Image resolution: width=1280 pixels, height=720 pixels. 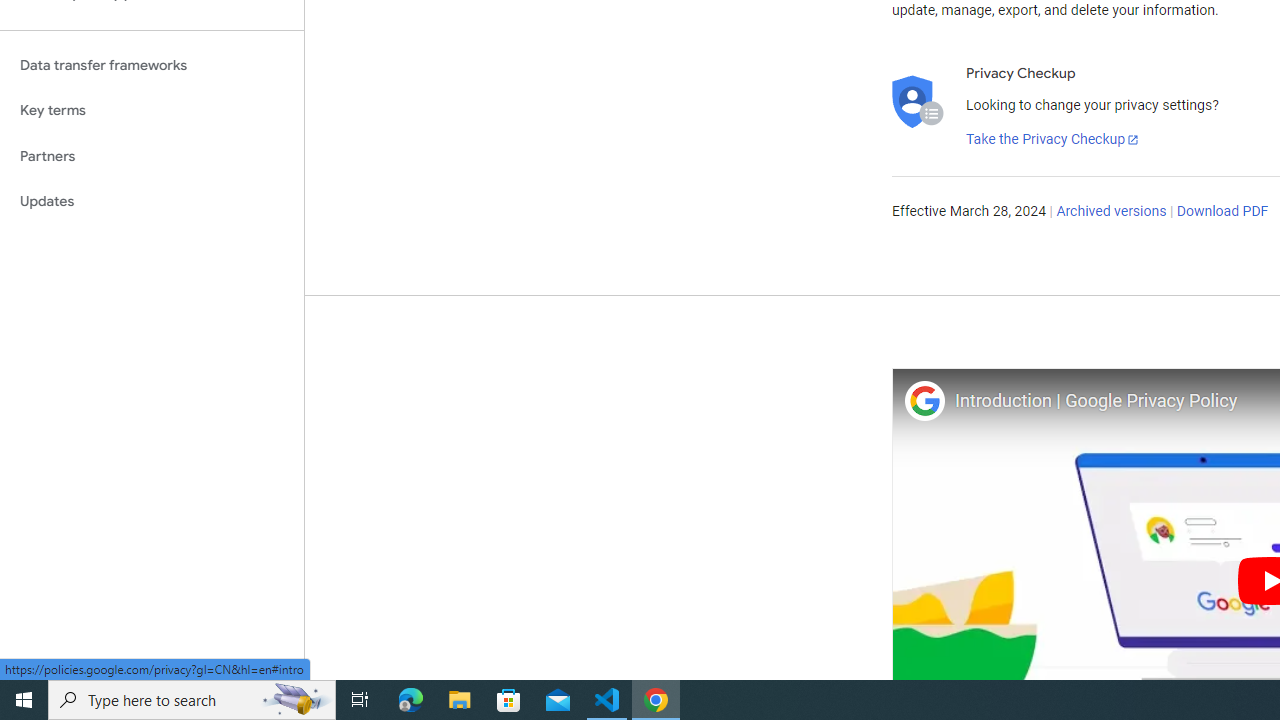 What do you see at coordinates (923, 400) in the screenshot?
I see `'Photo image of Google'` at bounding box center [923, 400].